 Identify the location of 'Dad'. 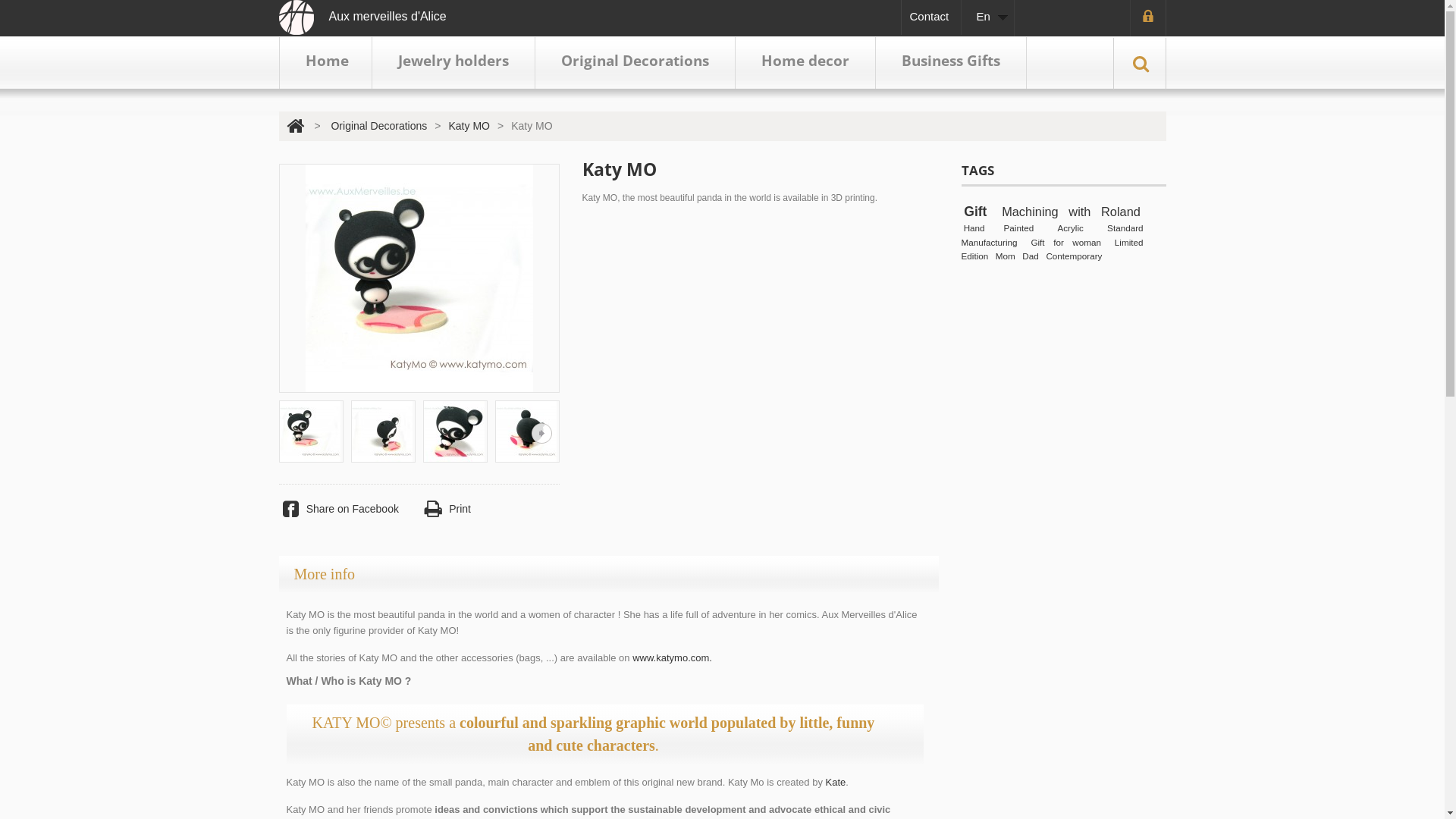
(1030, 256).